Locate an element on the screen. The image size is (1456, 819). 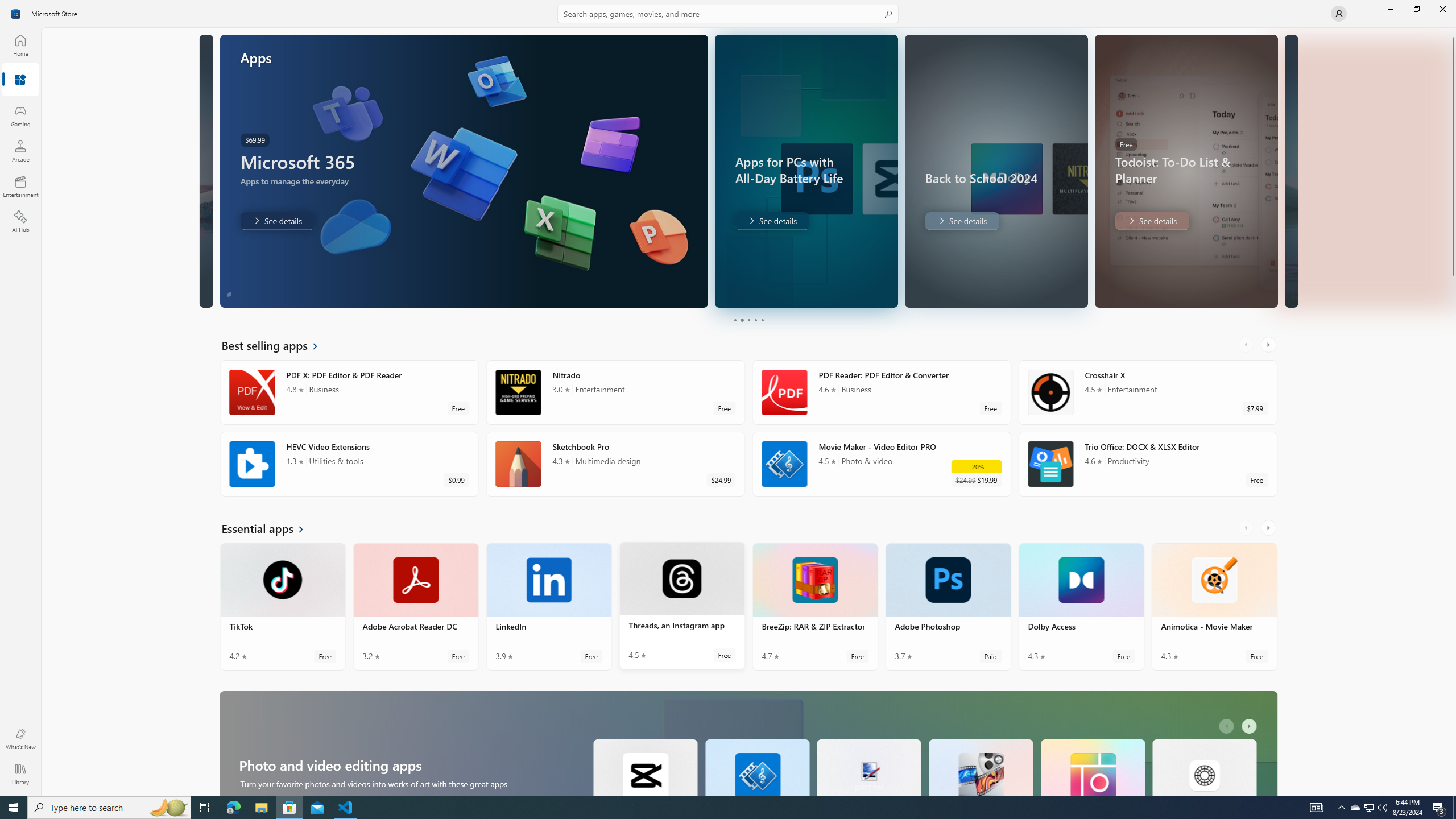
'Vertical Small Decrease' is located at coordinates (1451, 31).